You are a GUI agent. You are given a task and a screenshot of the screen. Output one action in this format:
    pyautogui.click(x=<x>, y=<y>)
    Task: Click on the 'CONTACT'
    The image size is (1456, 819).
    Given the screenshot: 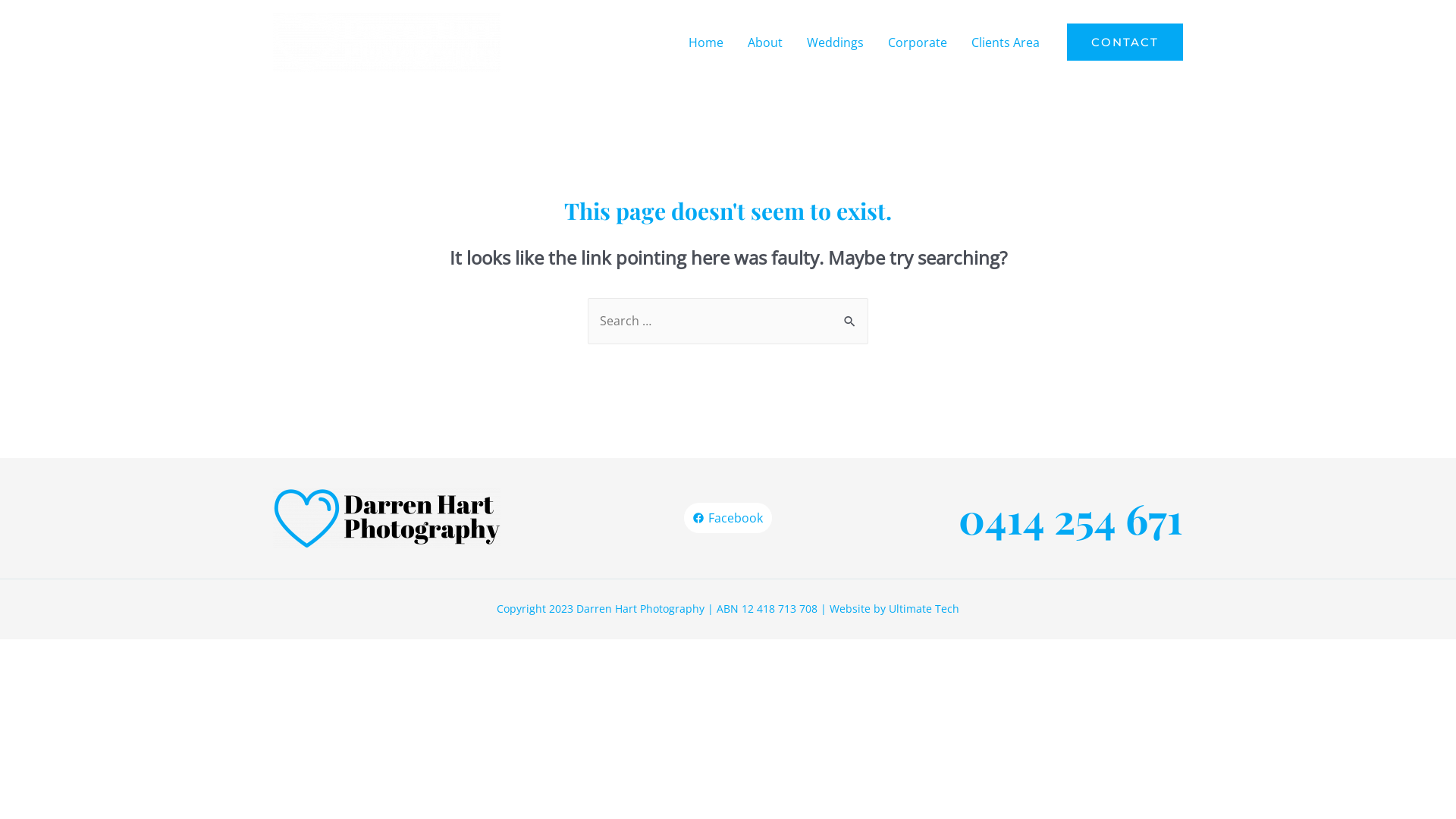 What is the action you would take?
    pyautogui.click(x=1125, y=41)
    